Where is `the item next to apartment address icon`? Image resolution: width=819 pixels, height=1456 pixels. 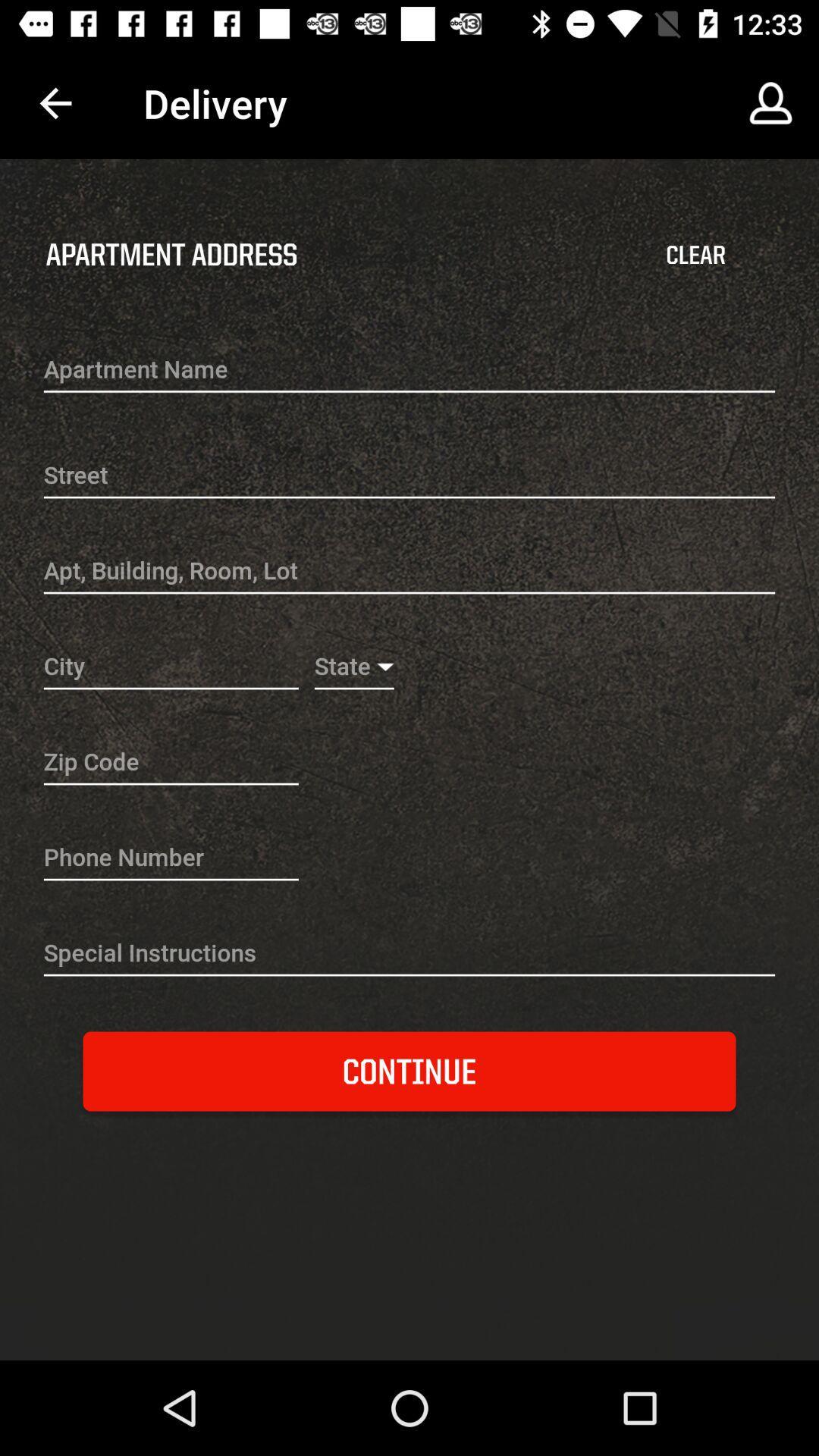
the item next to apartment address icon is located at coordinates (695, 255).